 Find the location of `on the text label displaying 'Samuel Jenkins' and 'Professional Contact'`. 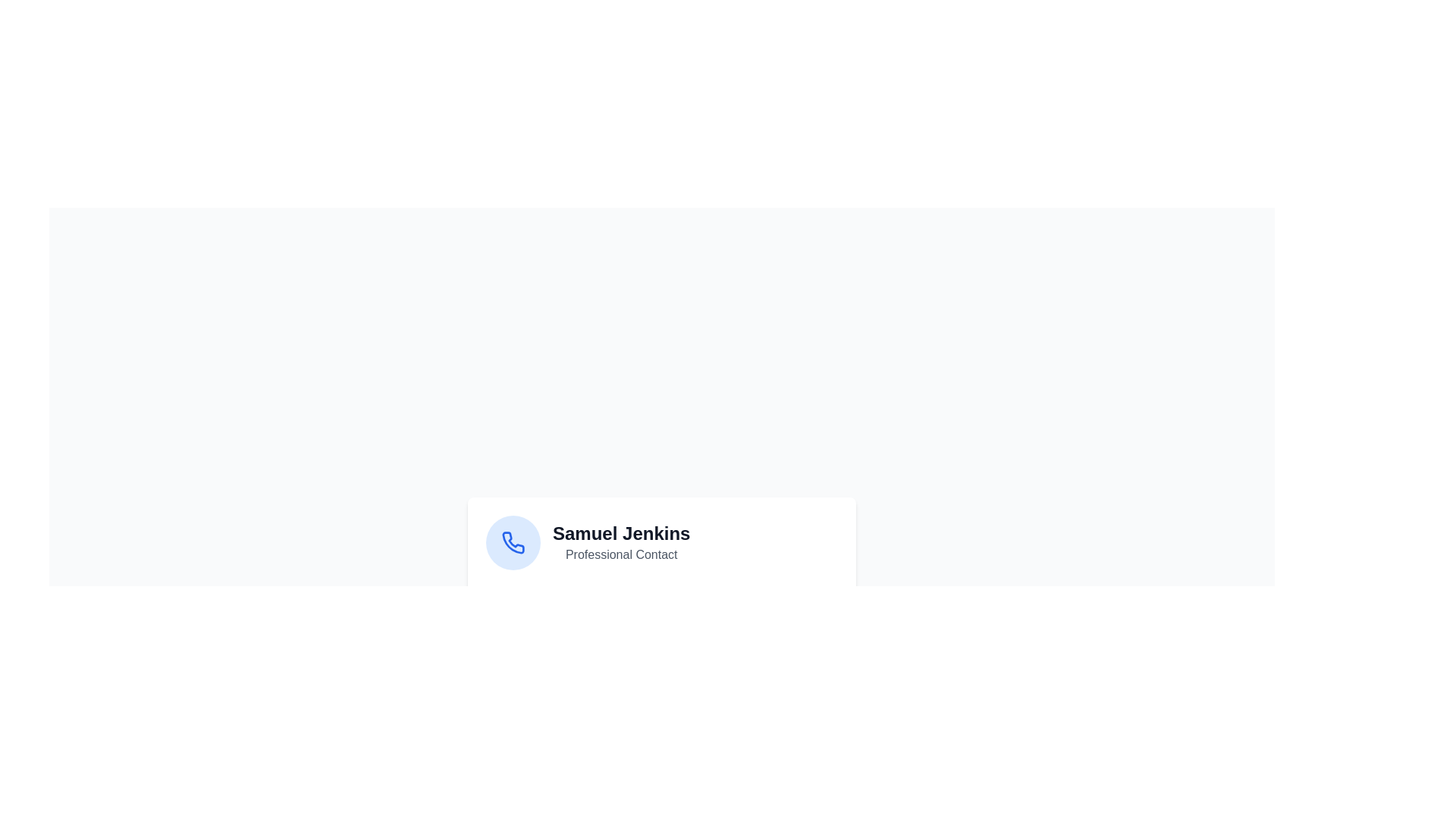

on the text label displaying 'Samuel Jenkins' and 'Professional Contact' is located at coordinates (621, 542).